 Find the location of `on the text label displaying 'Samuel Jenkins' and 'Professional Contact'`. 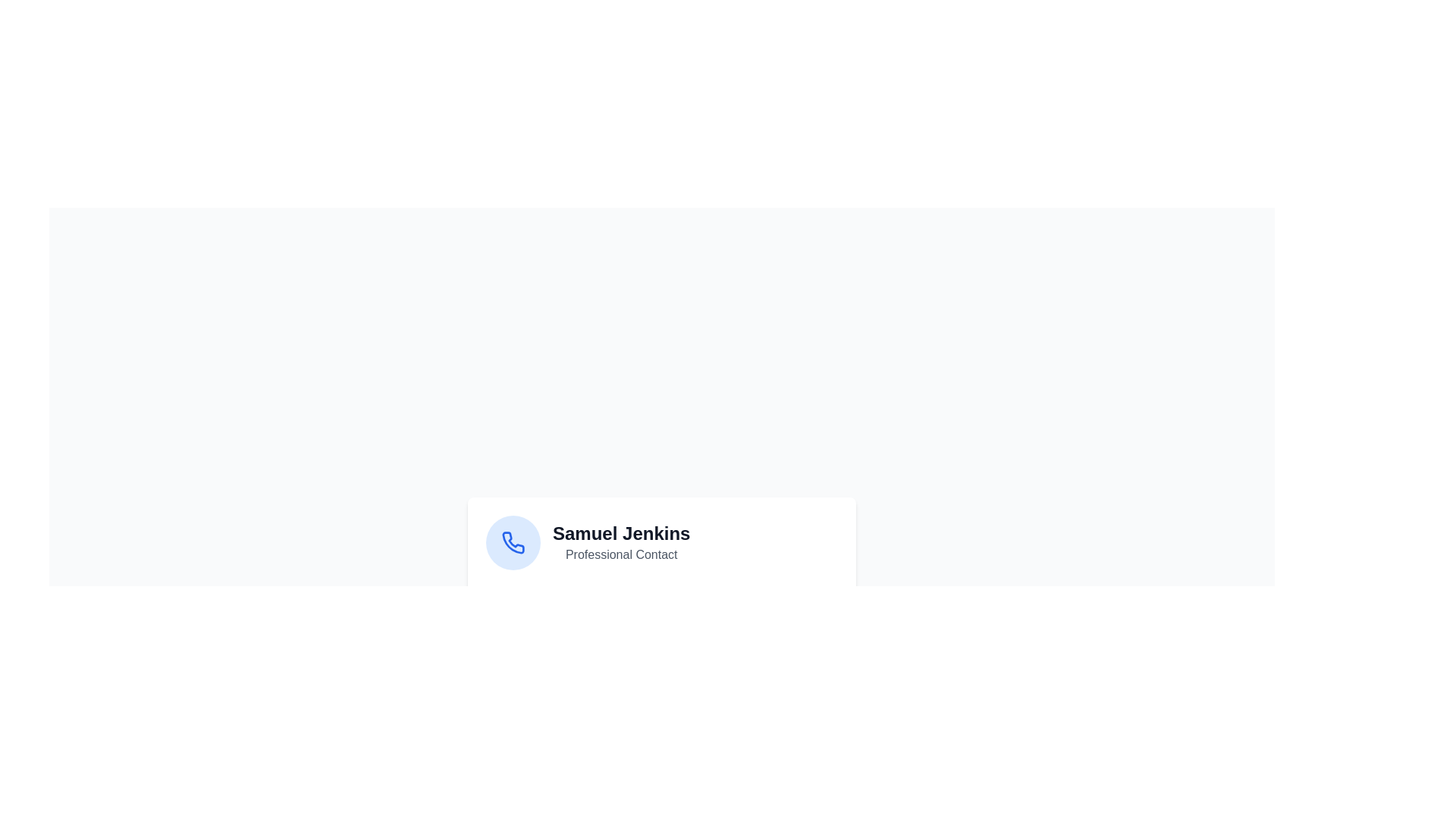

on the text label displaying 'Samuel Jenkins' and 'Professional Contact' is located at coordinates (621, 542).